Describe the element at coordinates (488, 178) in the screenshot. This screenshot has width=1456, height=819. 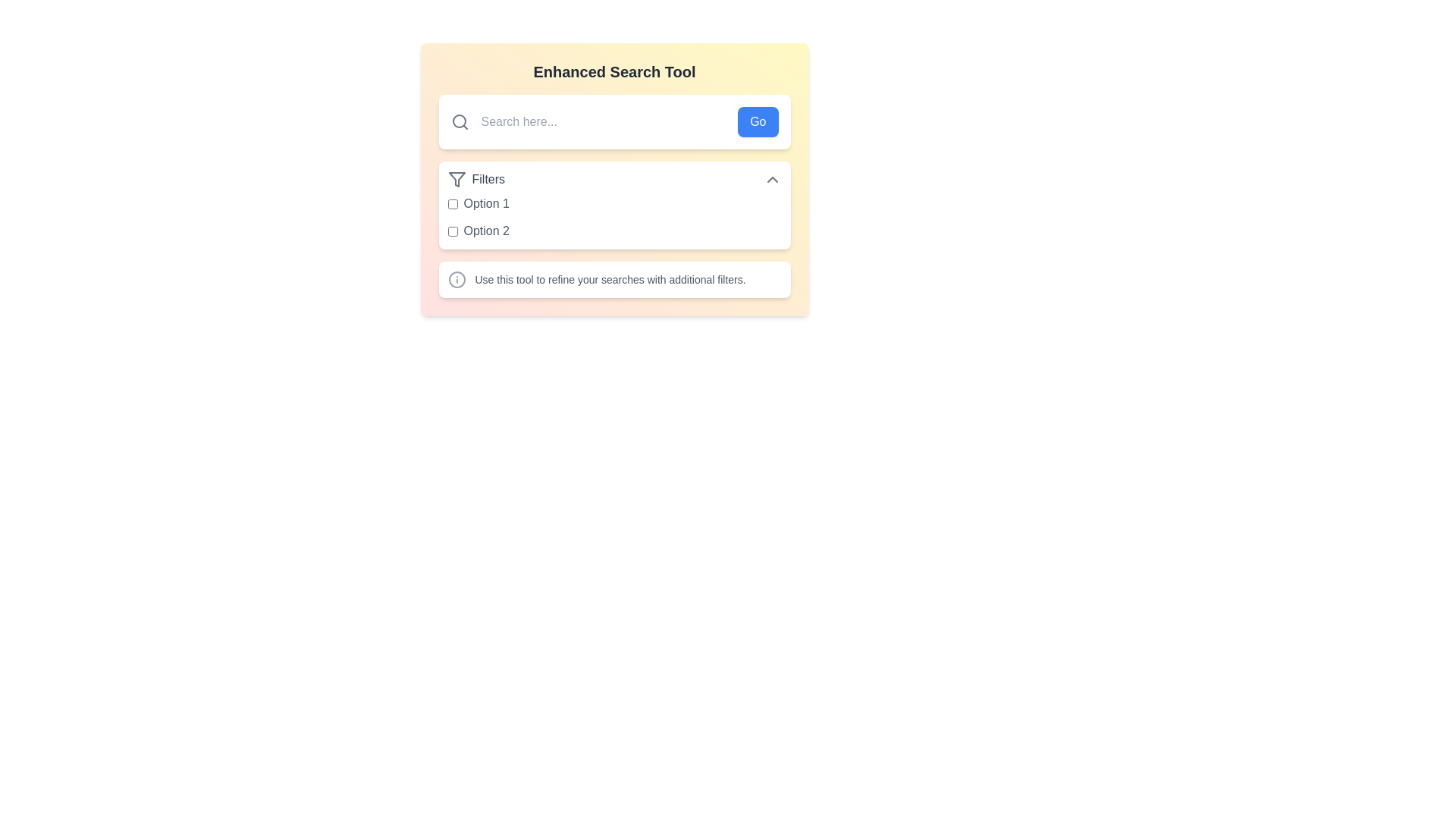
I see `text label displaying 'Filters', which is styled with medium font weight and gray color, located above a list of checkbox options in the upper section of a settings panel` at that location.